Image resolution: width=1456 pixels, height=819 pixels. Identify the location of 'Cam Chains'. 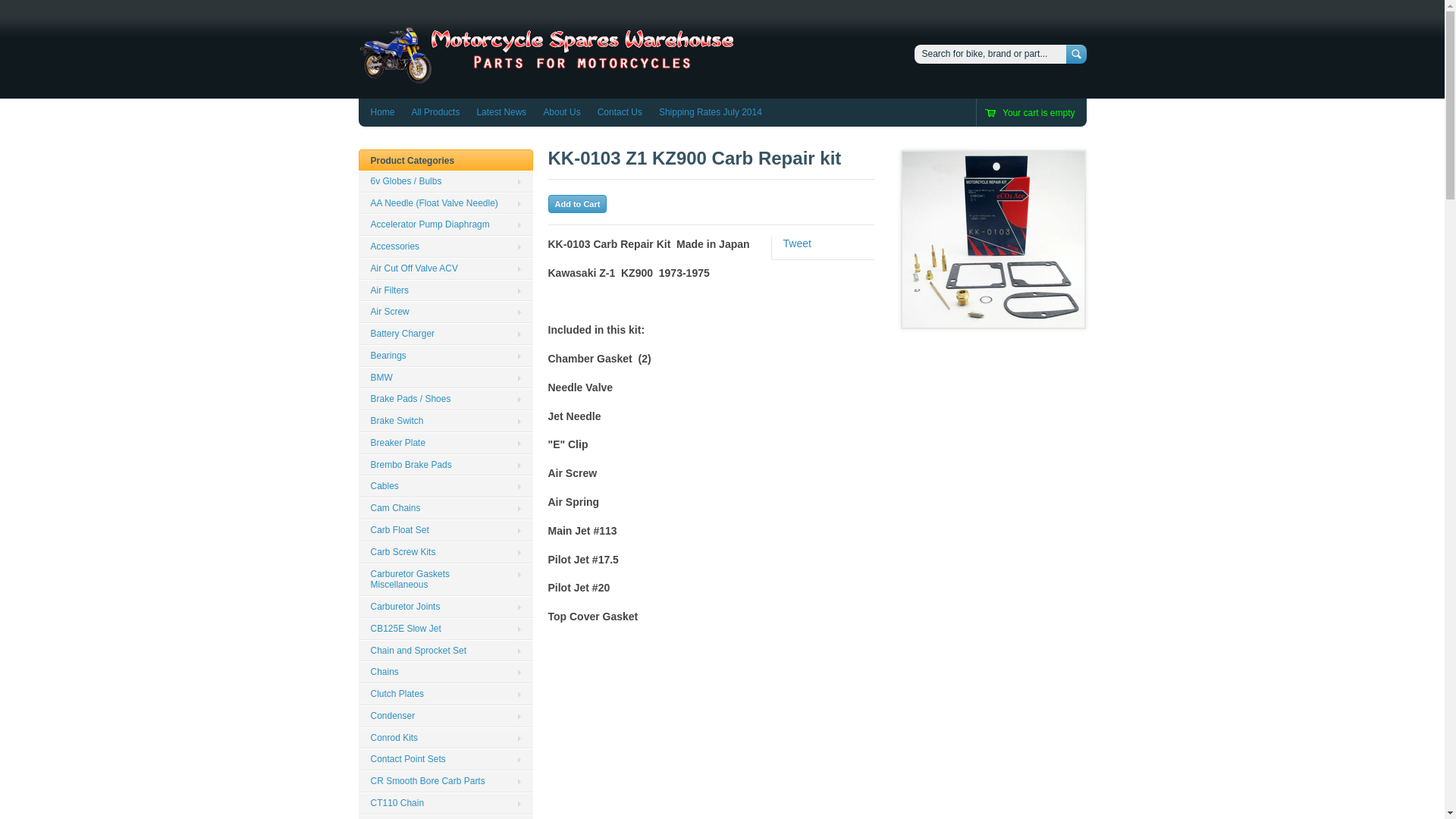
(356, 508).